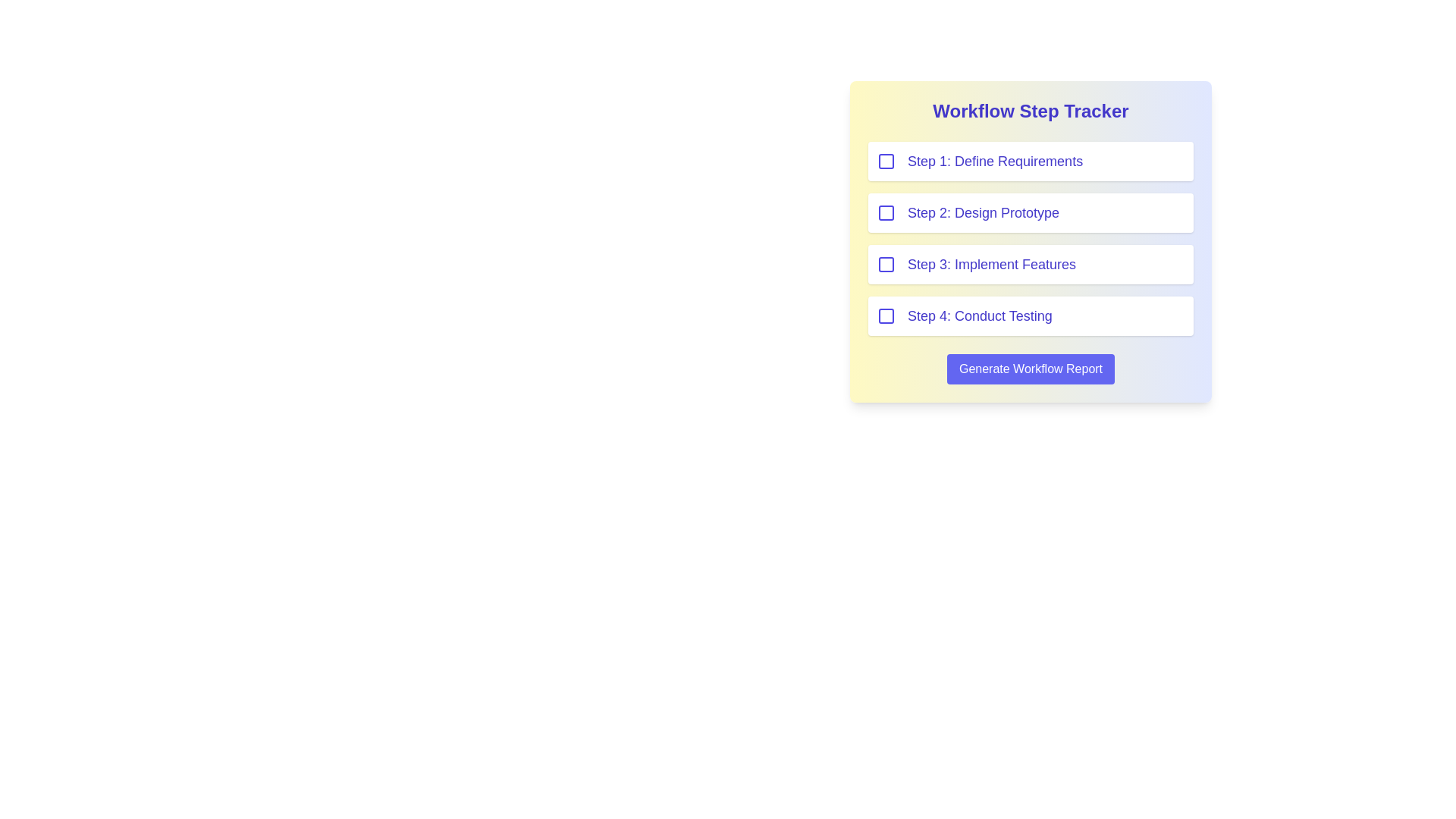  I want to click on the static Text Label that describes the second step 'Design Prototype' in the Workflow Step Tracker, so click(984, 213).